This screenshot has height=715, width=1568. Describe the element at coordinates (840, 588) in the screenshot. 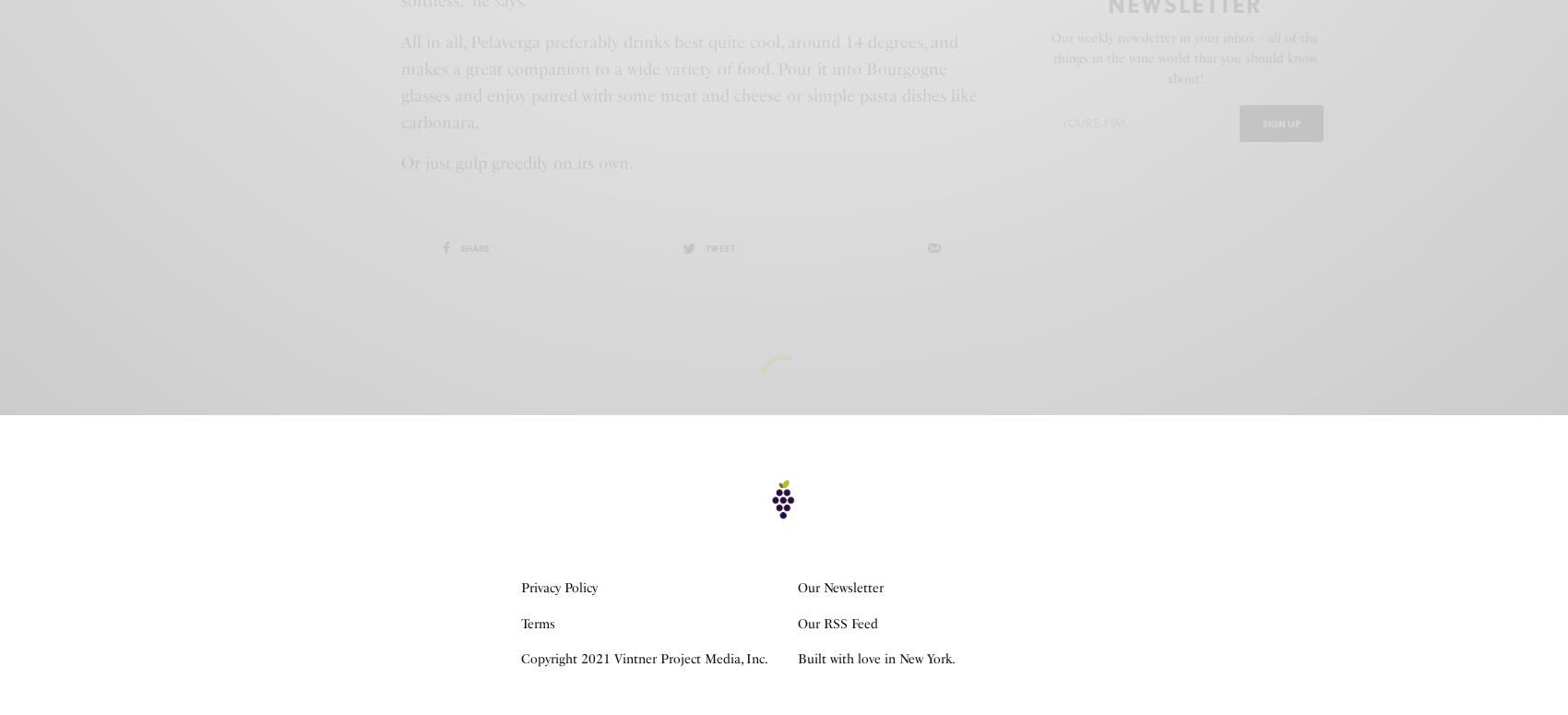

I see `'Our Newsletter'` at that location.